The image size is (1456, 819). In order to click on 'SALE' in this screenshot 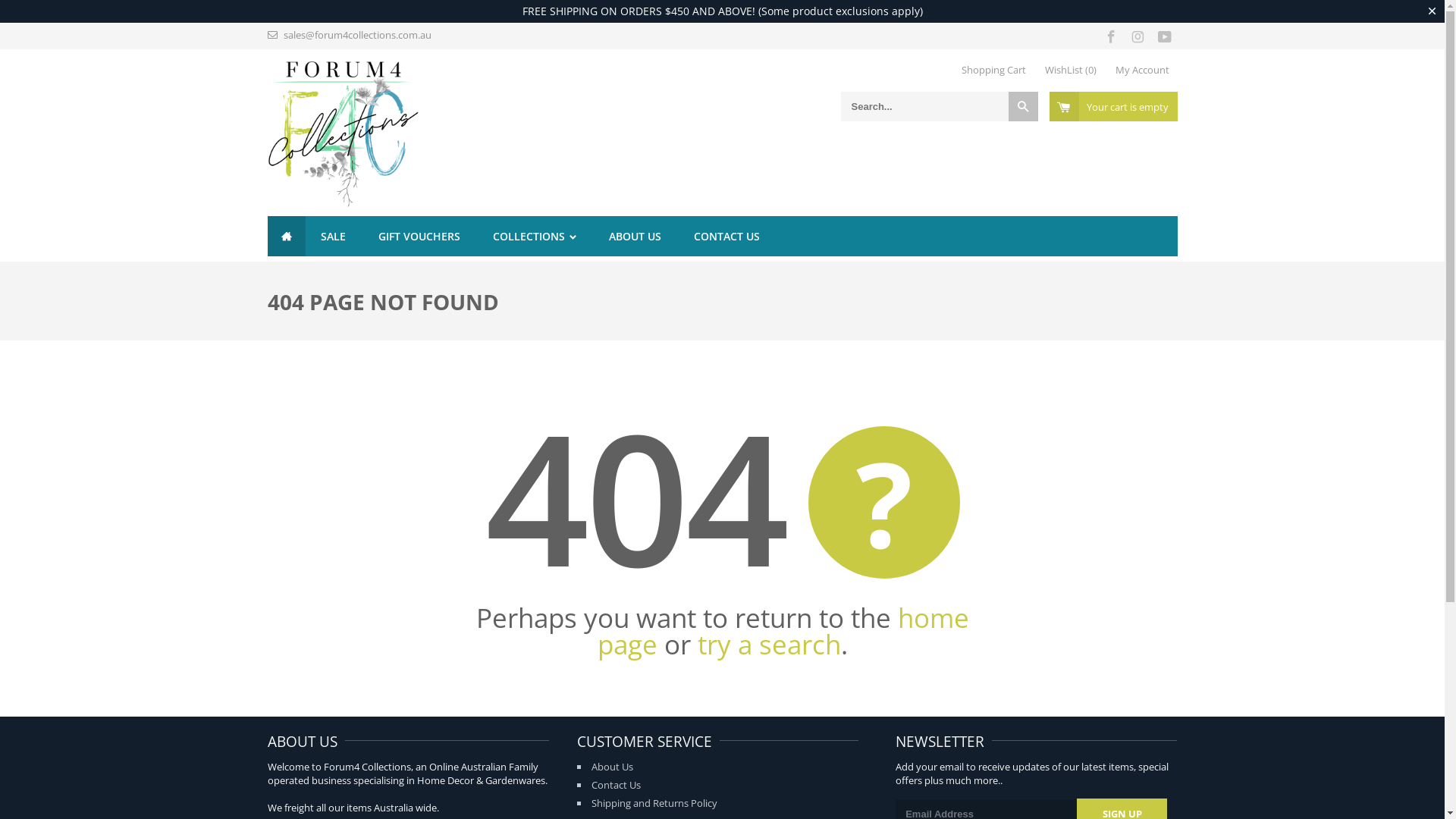, I will do `click(331, 236)`.